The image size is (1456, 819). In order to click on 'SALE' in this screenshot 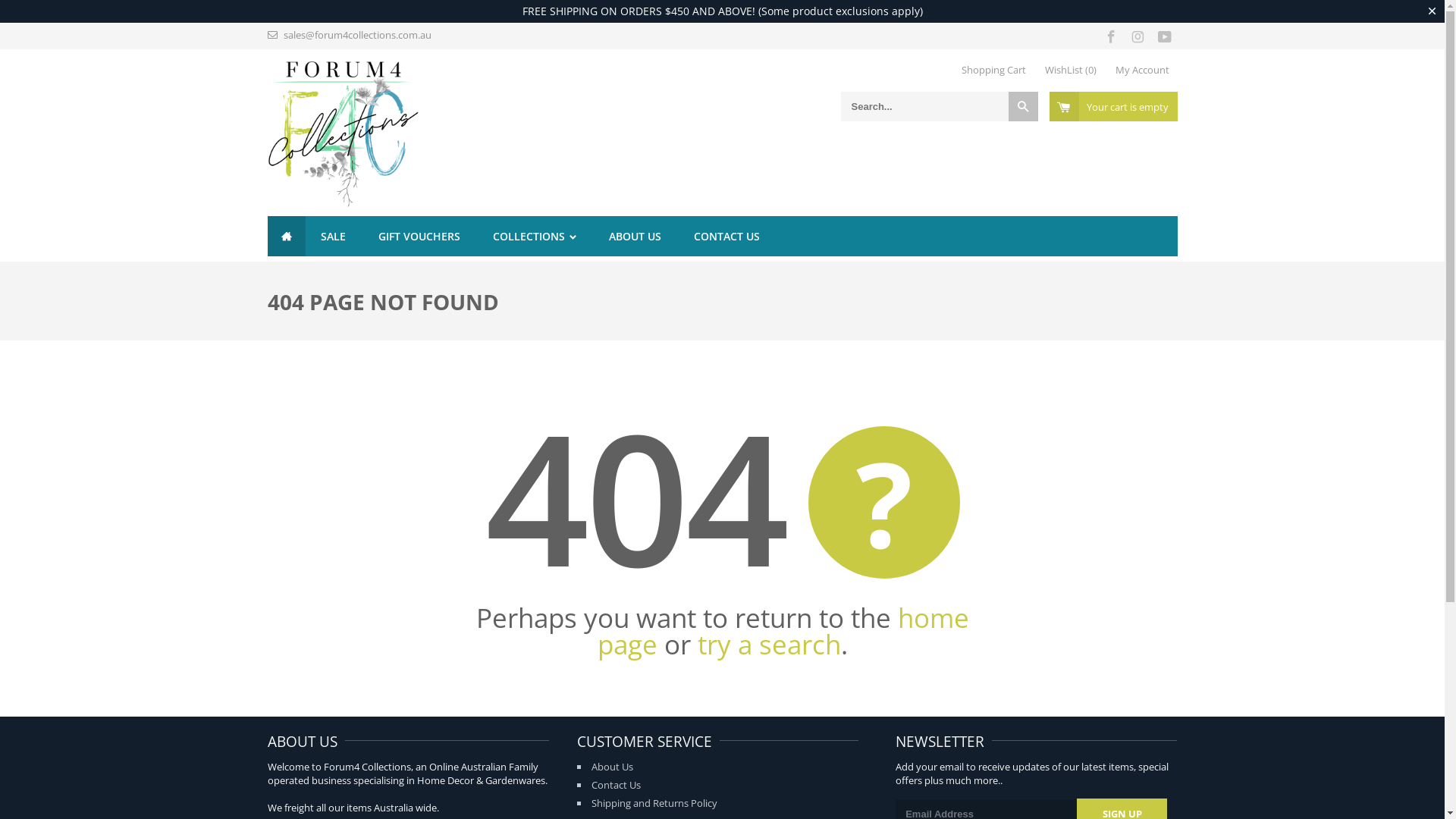, I will do `click(331, 236)`.